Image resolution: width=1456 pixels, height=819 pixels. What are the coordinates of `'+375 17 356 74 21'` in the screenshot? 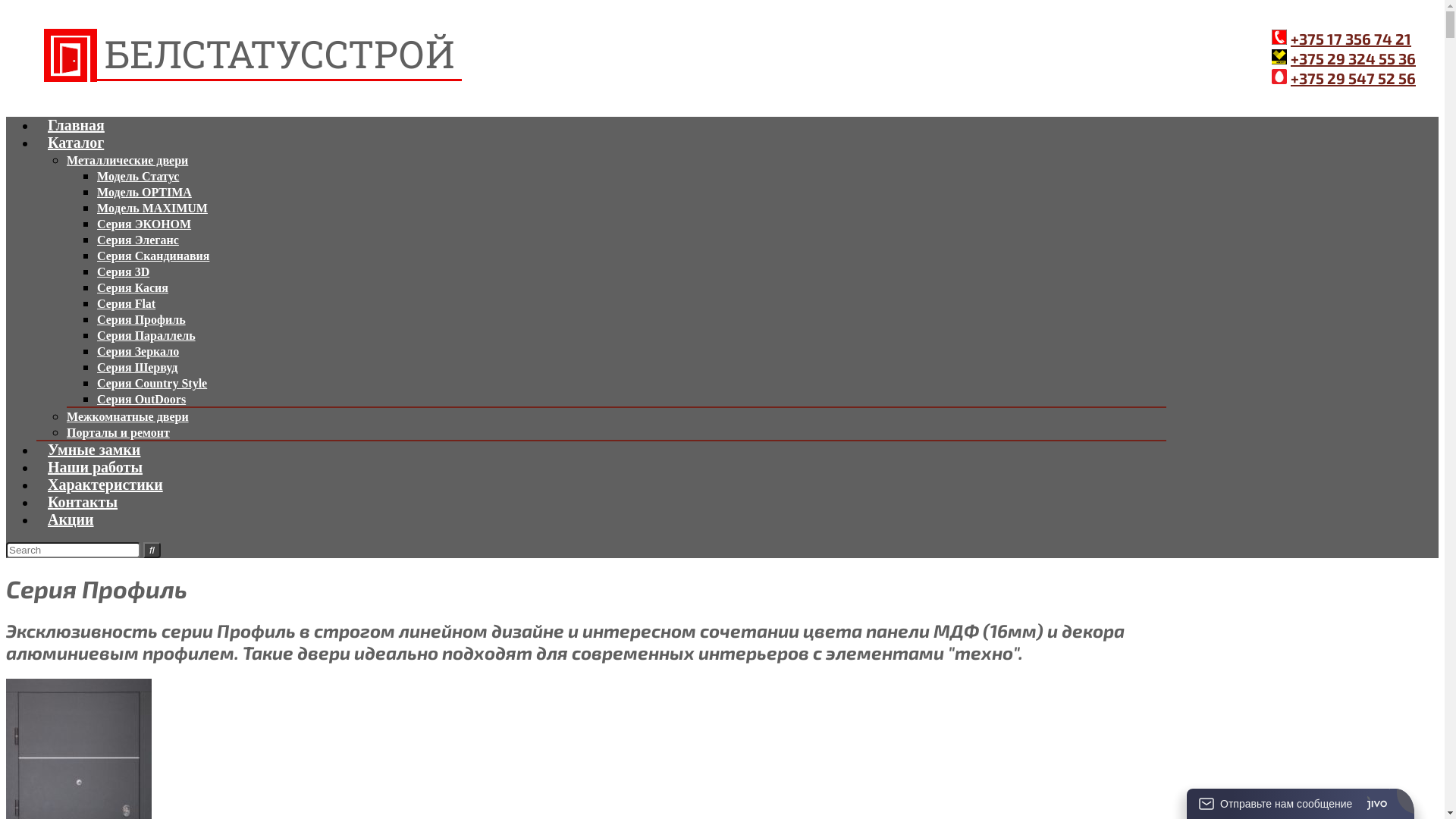 It's located at (1351, 37).